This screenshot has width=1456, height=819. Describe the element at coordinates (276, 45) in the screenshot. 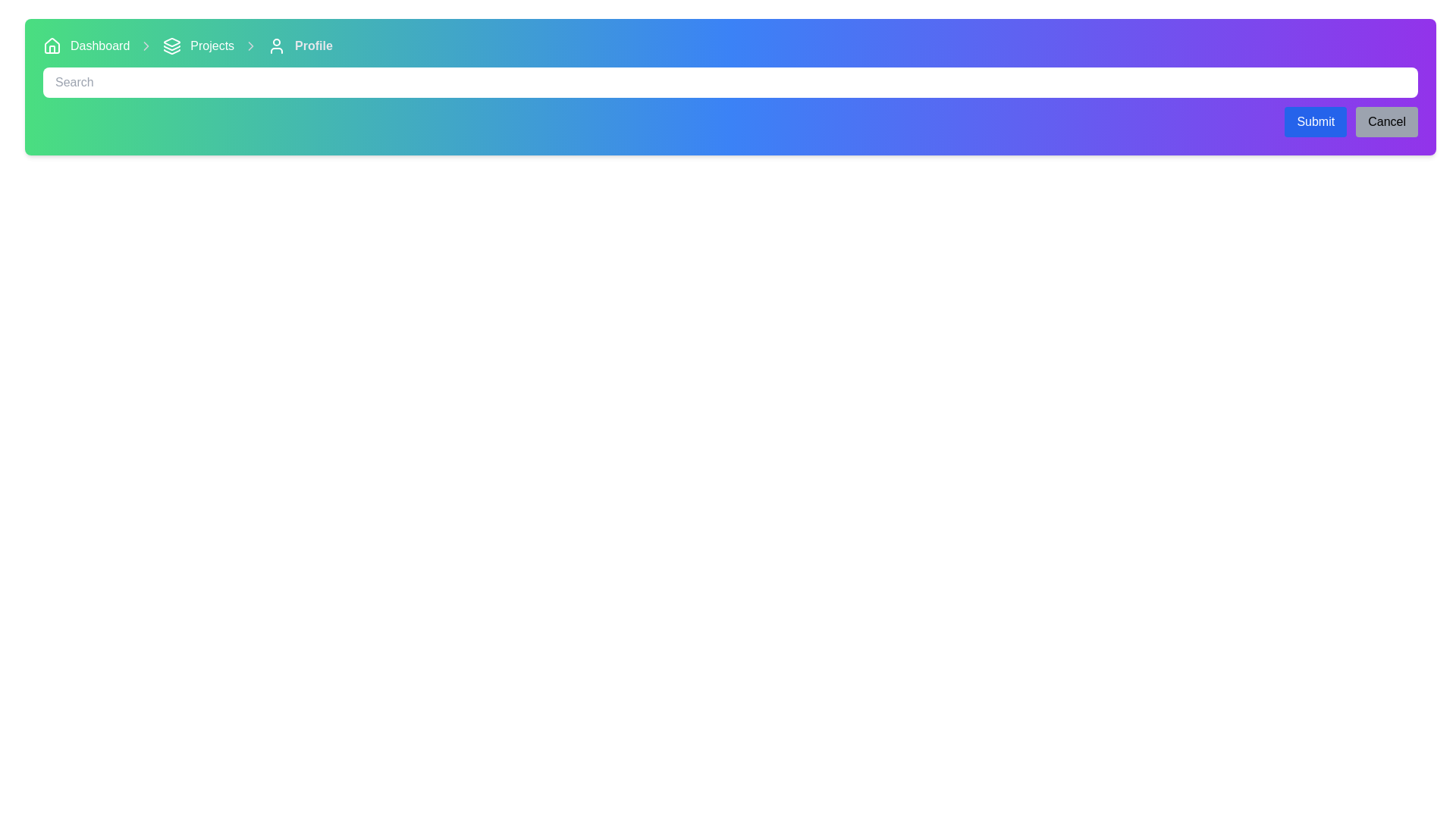

I see `the 'Profile' icon located` at that location.